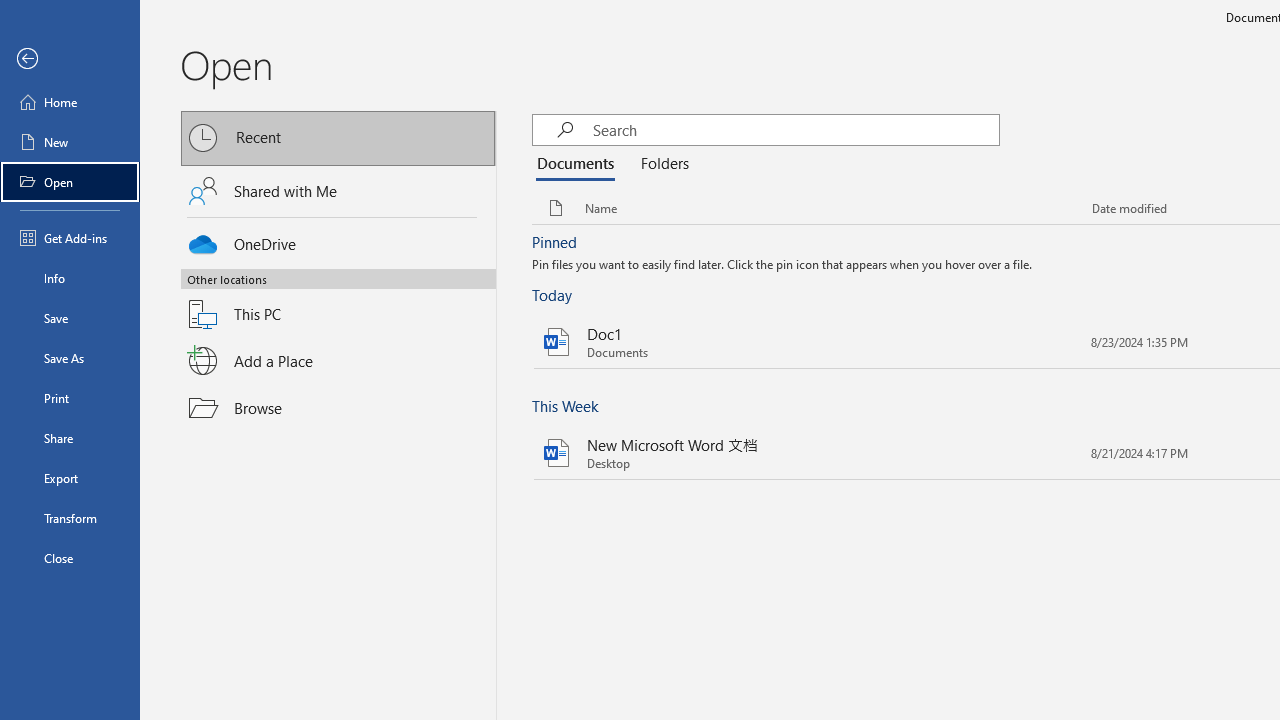 This screenshot has height=720, width=1280. I want to click on 'Recent', so click(338, 137).